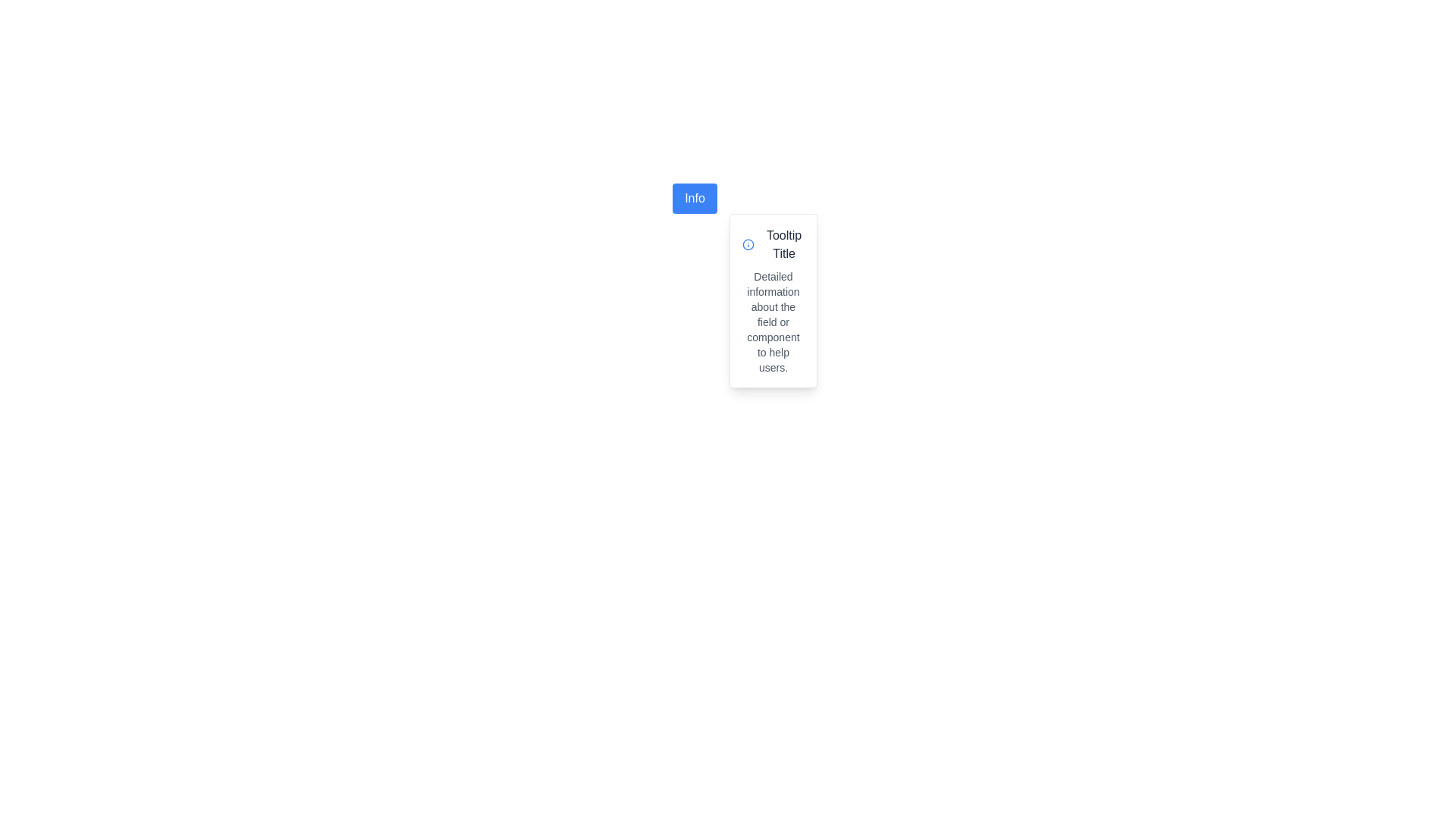 The image size is (1456, 819). What do you see at coordinates (773, 301) in the screenshot?
I see `the tooltip box with a white background that contains a header labeled 'Tooltip Title' in bold, dark-gray text, positioned to the right of the blue 'Info' button` at bounding box center [773, 301].